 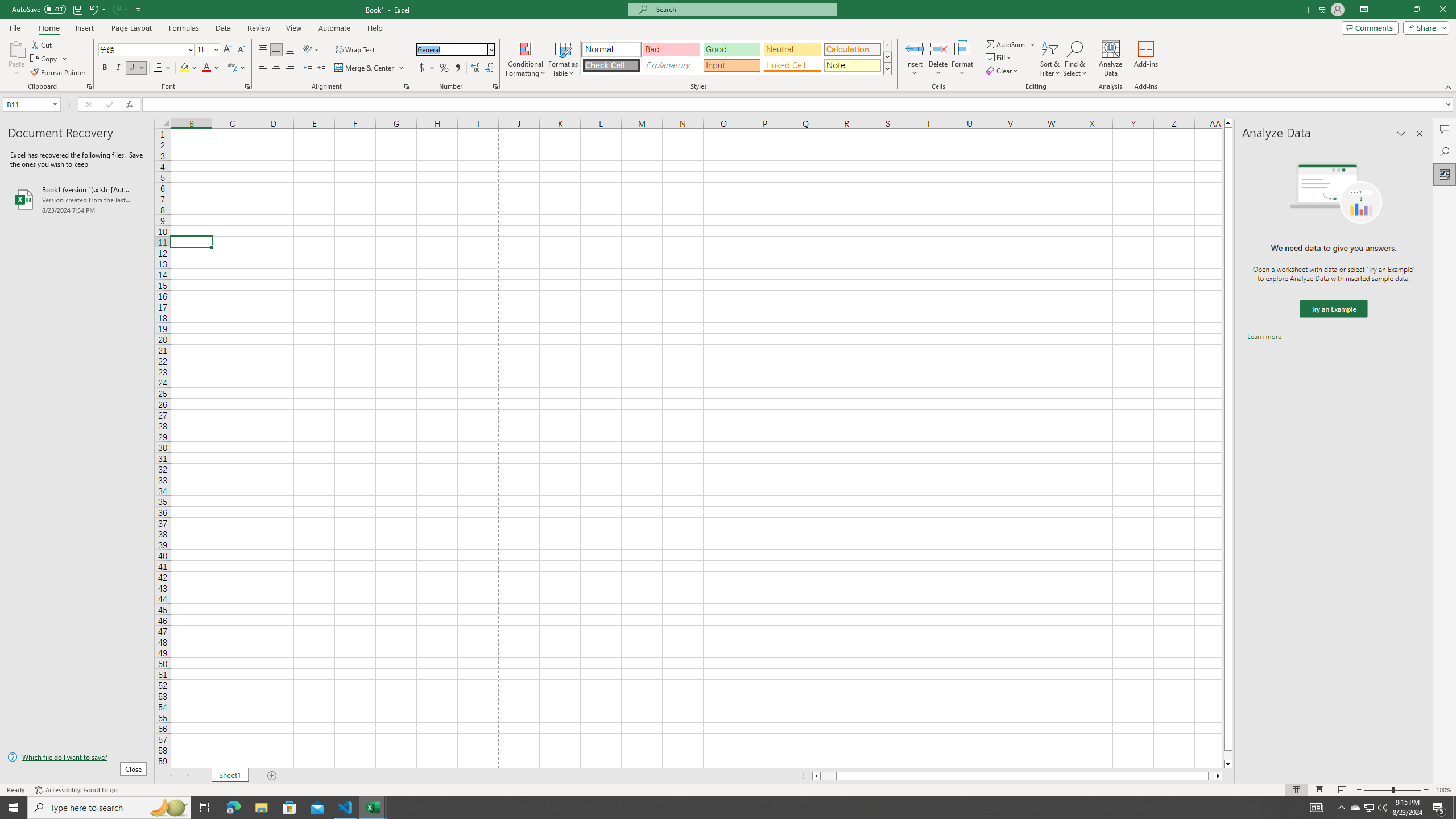 I want to click on 'Comma Style', so click(x=457, y=67).